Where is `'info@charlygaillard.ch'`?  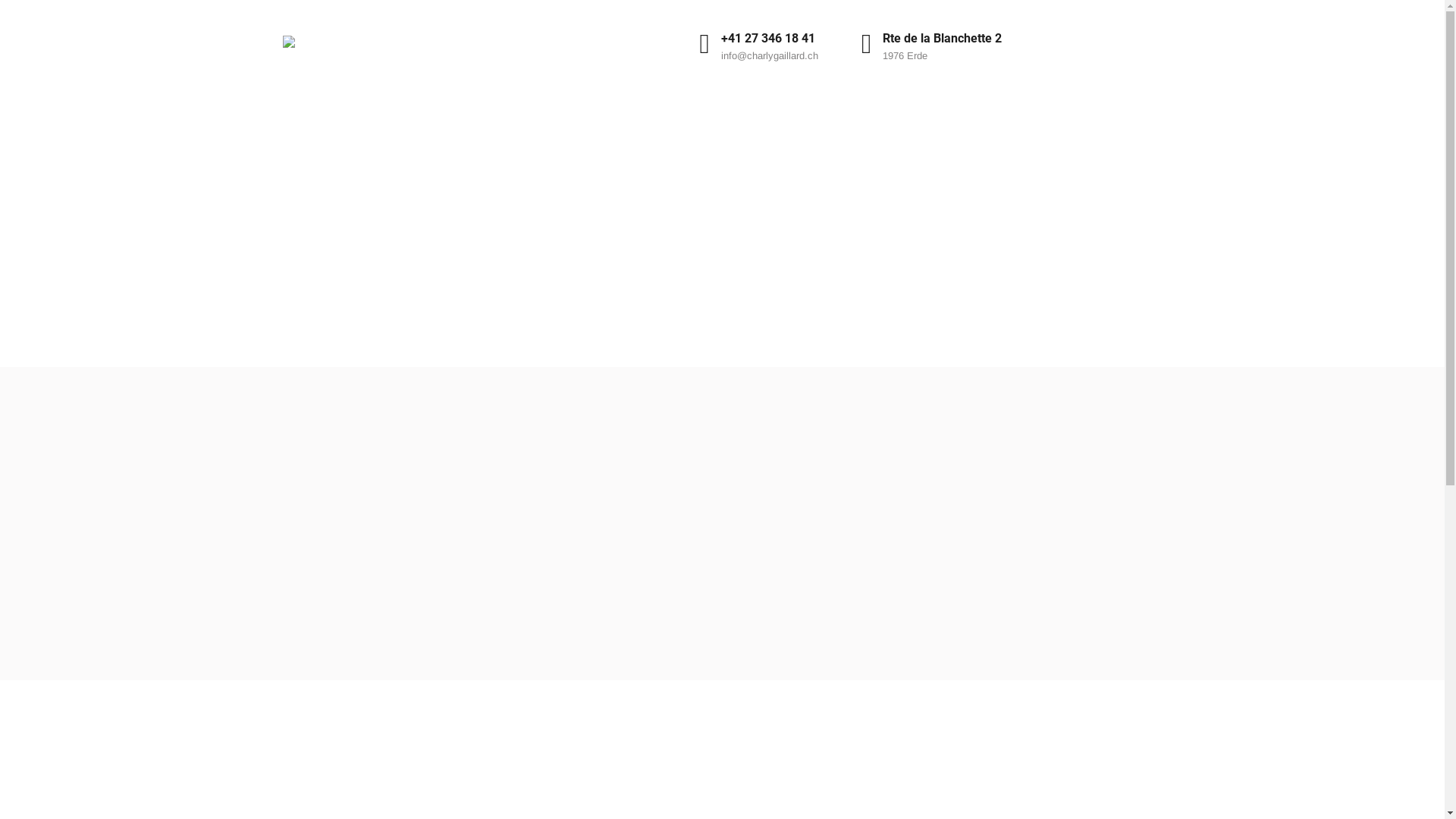
'info@charlygaillard.ch' is located at coordinates (769, 55).